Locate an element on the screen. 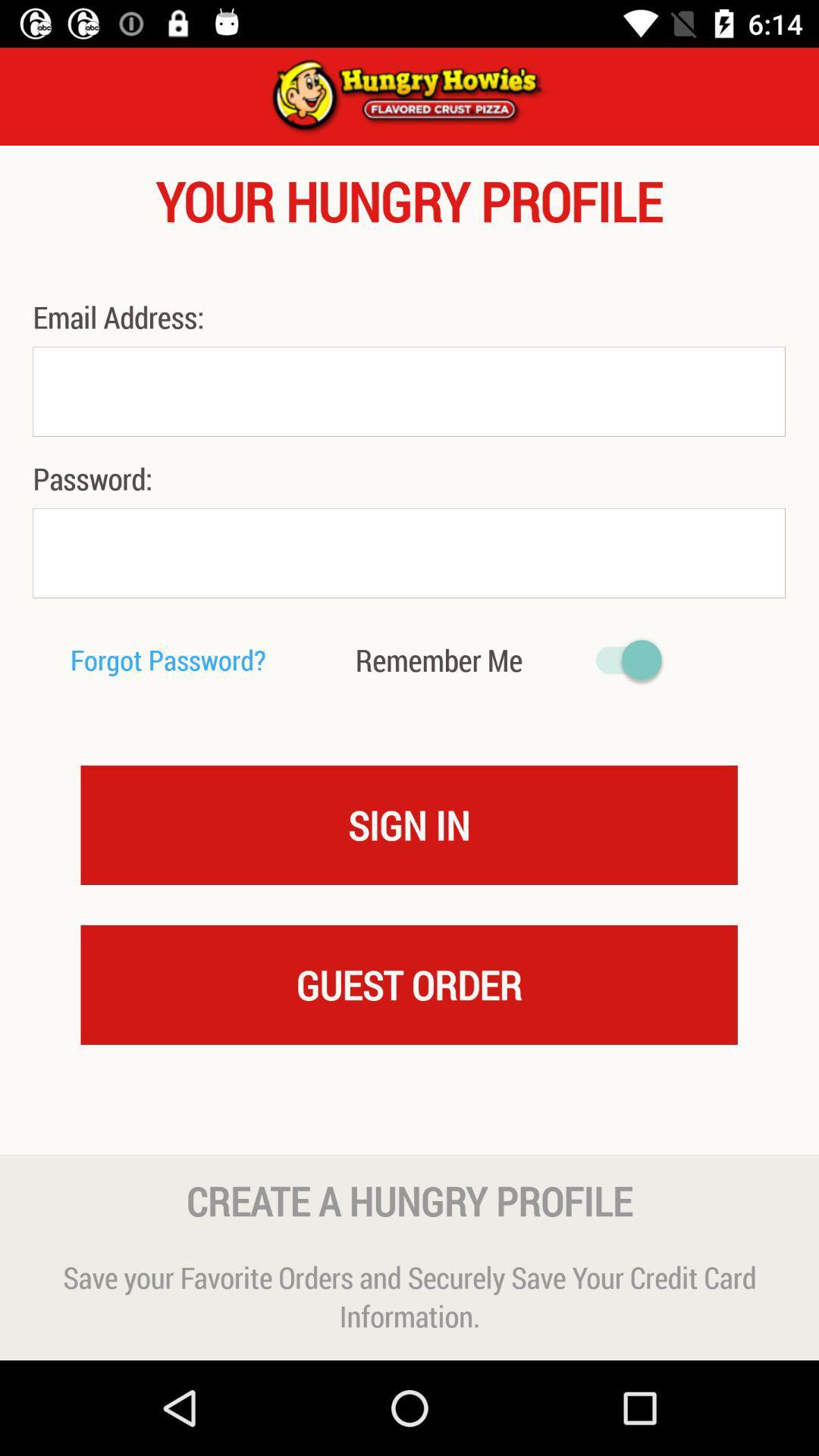 This screenshot has width=819, height=1456. the item to the left of remember me item is located at coordinates (168, 660).